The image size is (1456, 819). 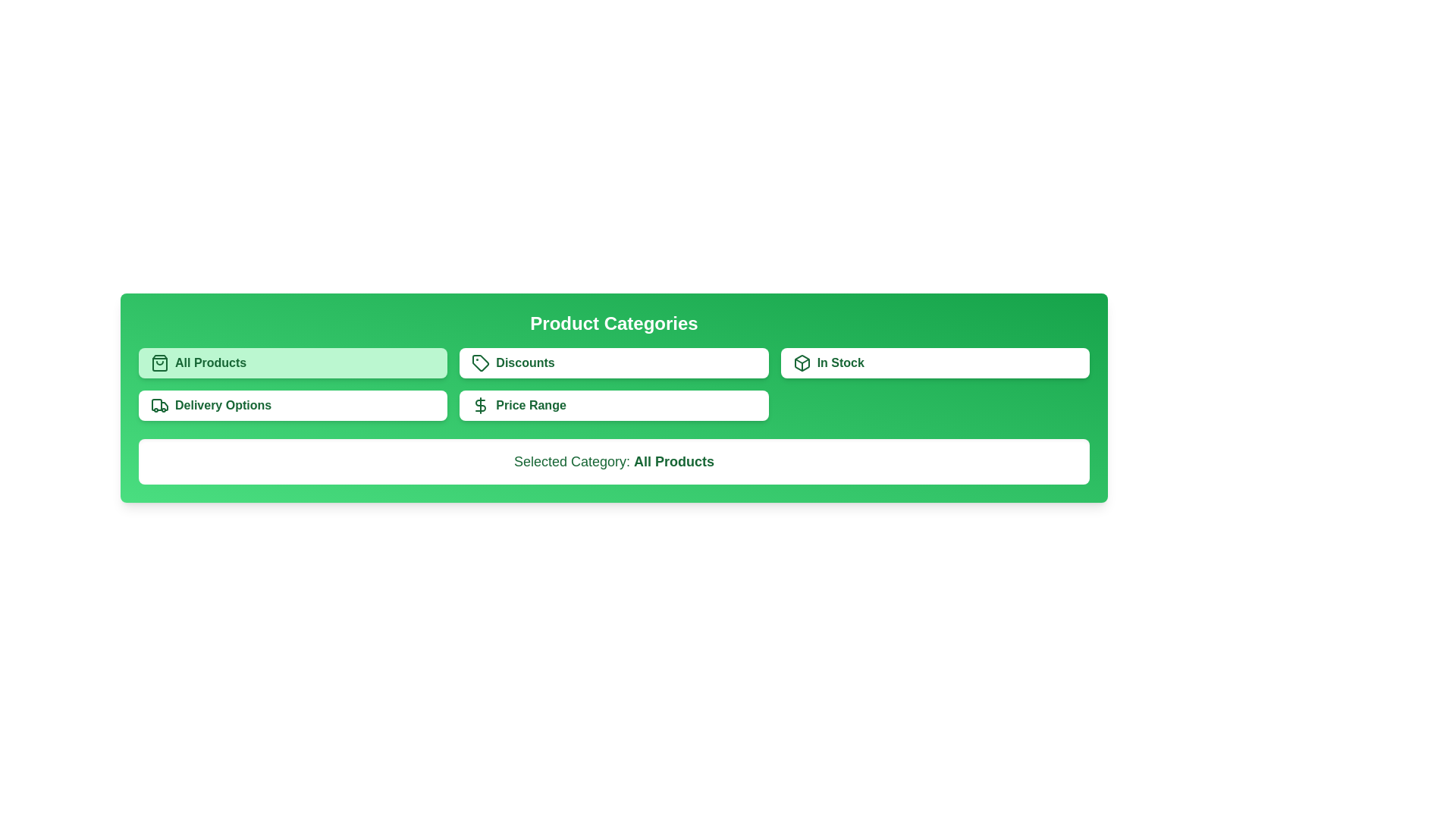 What do you see at coordinates (839, 362) in the screenshot?
I see `the 'In Stock' text label located on the green rectangular button in the top-right sector of the 'Product Categories' section` at bounding box center [839, 362].